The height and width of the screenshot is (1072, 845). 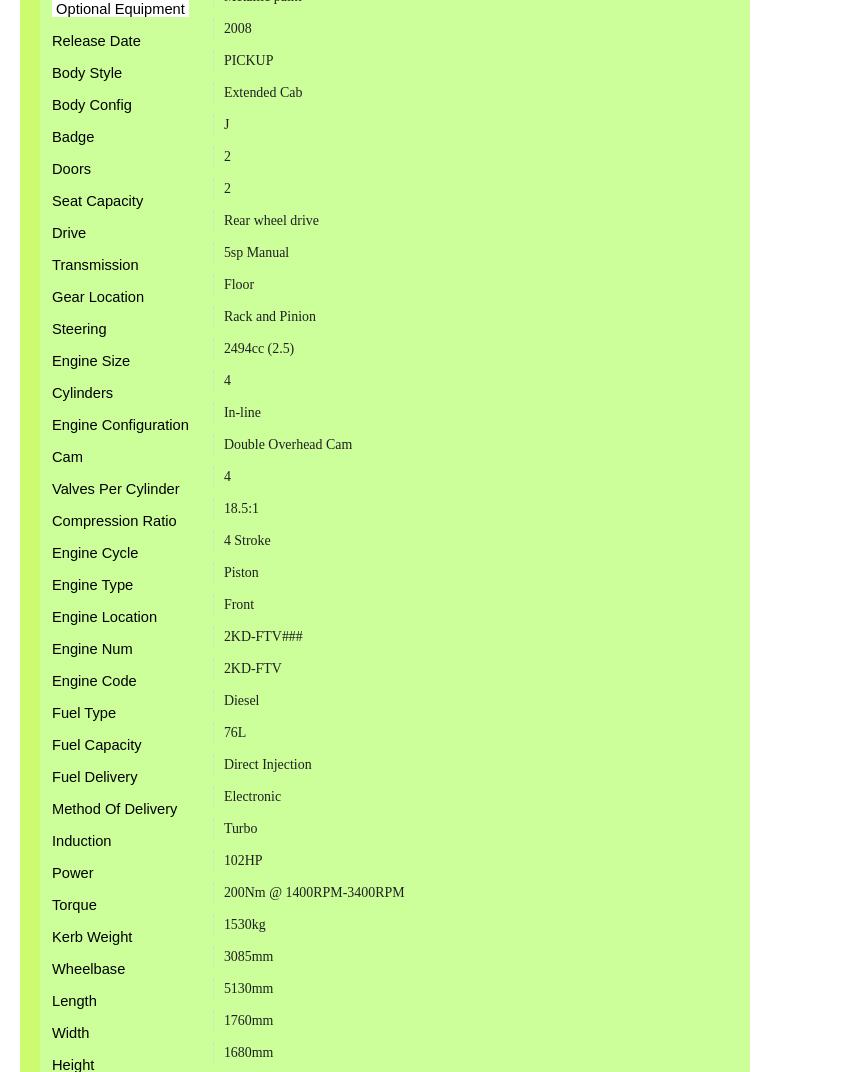 What do you see at coordinates (221, 667) in the screenshot?
I see `'2KD-FTV'` at bounding box center [221, 667].